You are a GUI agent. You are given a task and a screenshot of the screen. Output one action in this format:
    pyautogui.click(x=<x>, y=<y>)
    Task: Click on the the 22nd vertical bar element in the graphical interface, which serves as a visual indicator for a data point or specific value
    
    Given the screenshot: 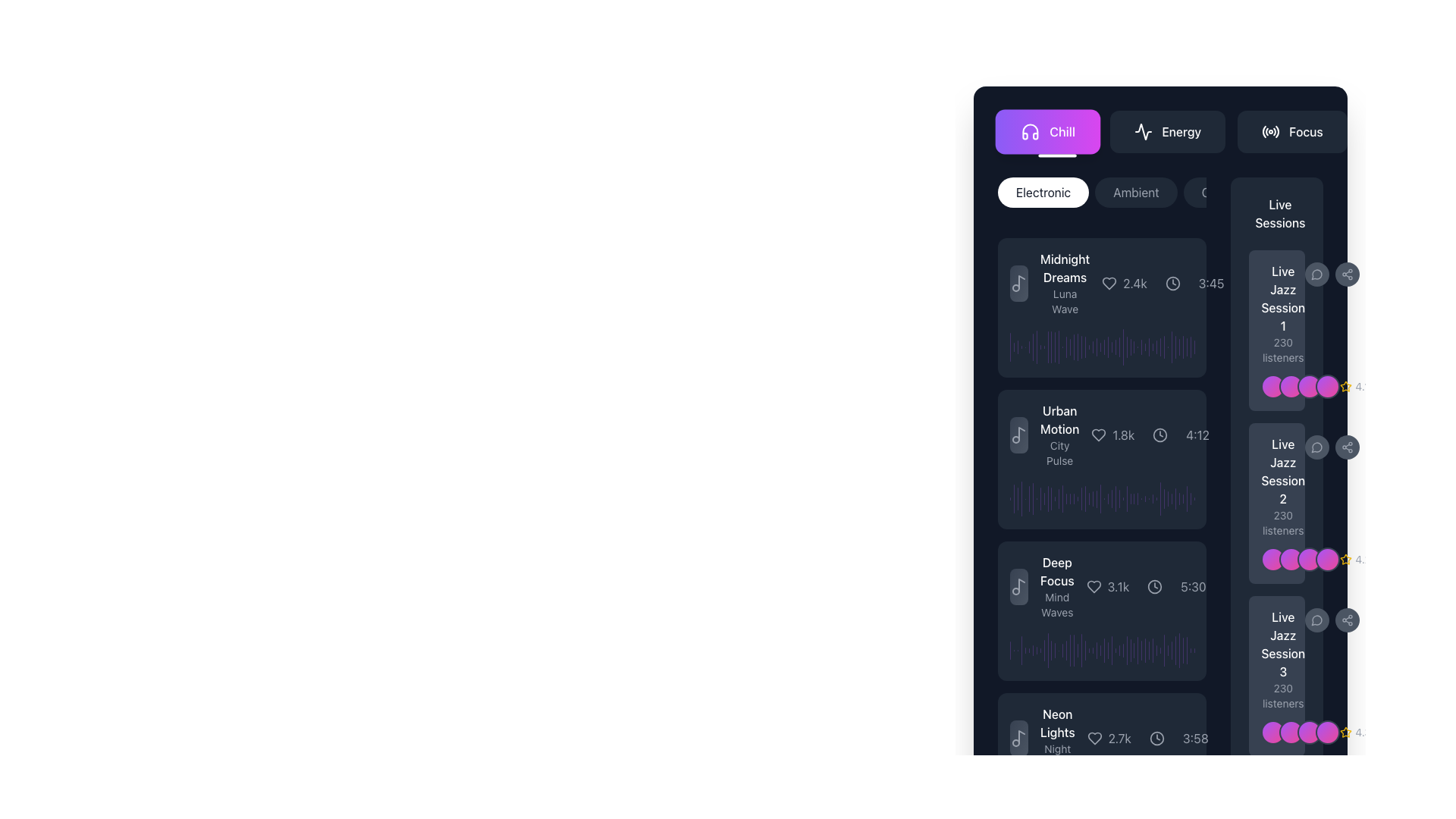 What is the action you would take?
    pyautogui.click(x=1093, y=649)
    